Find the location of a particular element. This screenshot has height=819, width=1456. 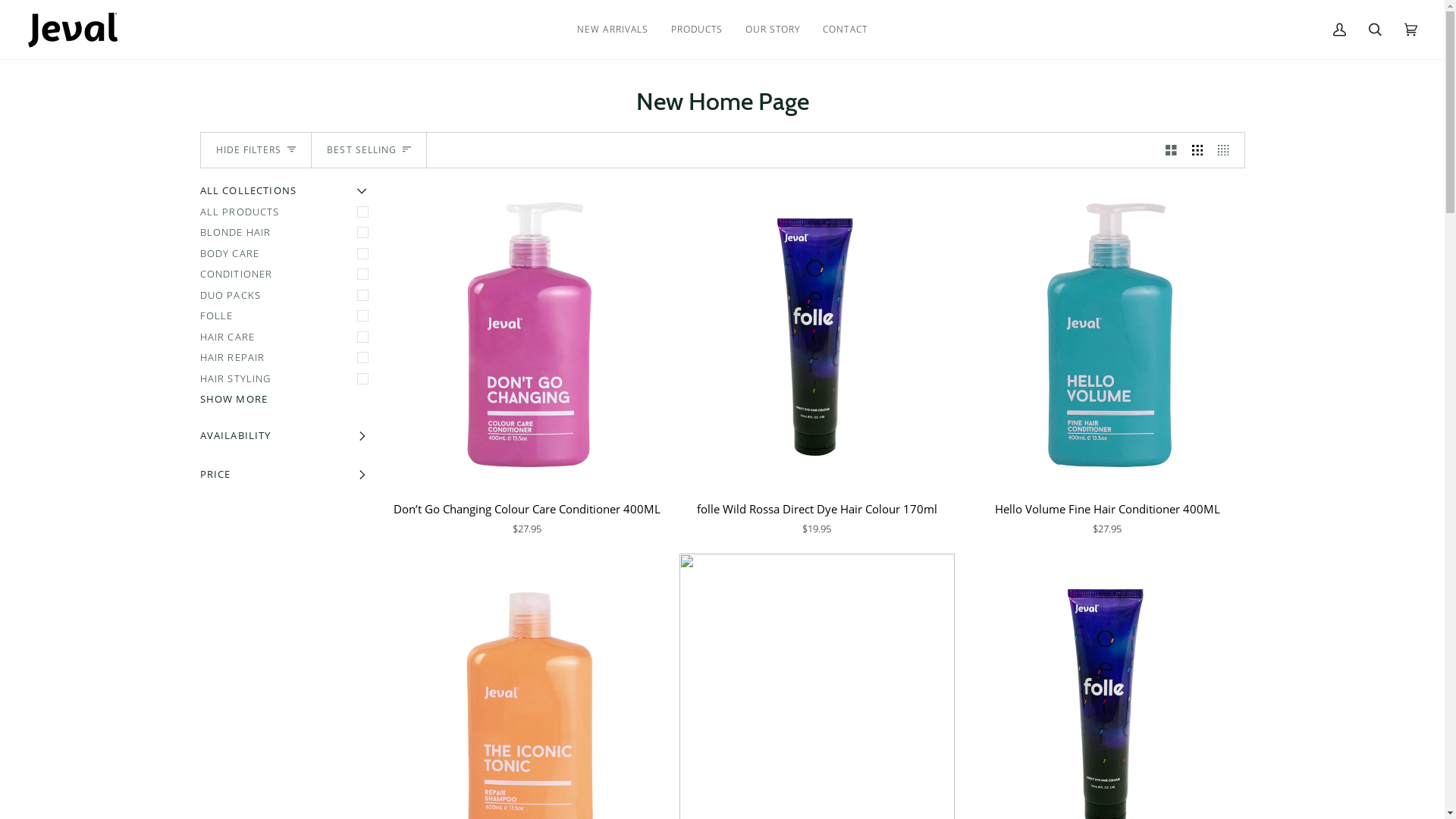

'DUO PACKS' is located at coordinates (199, 295).